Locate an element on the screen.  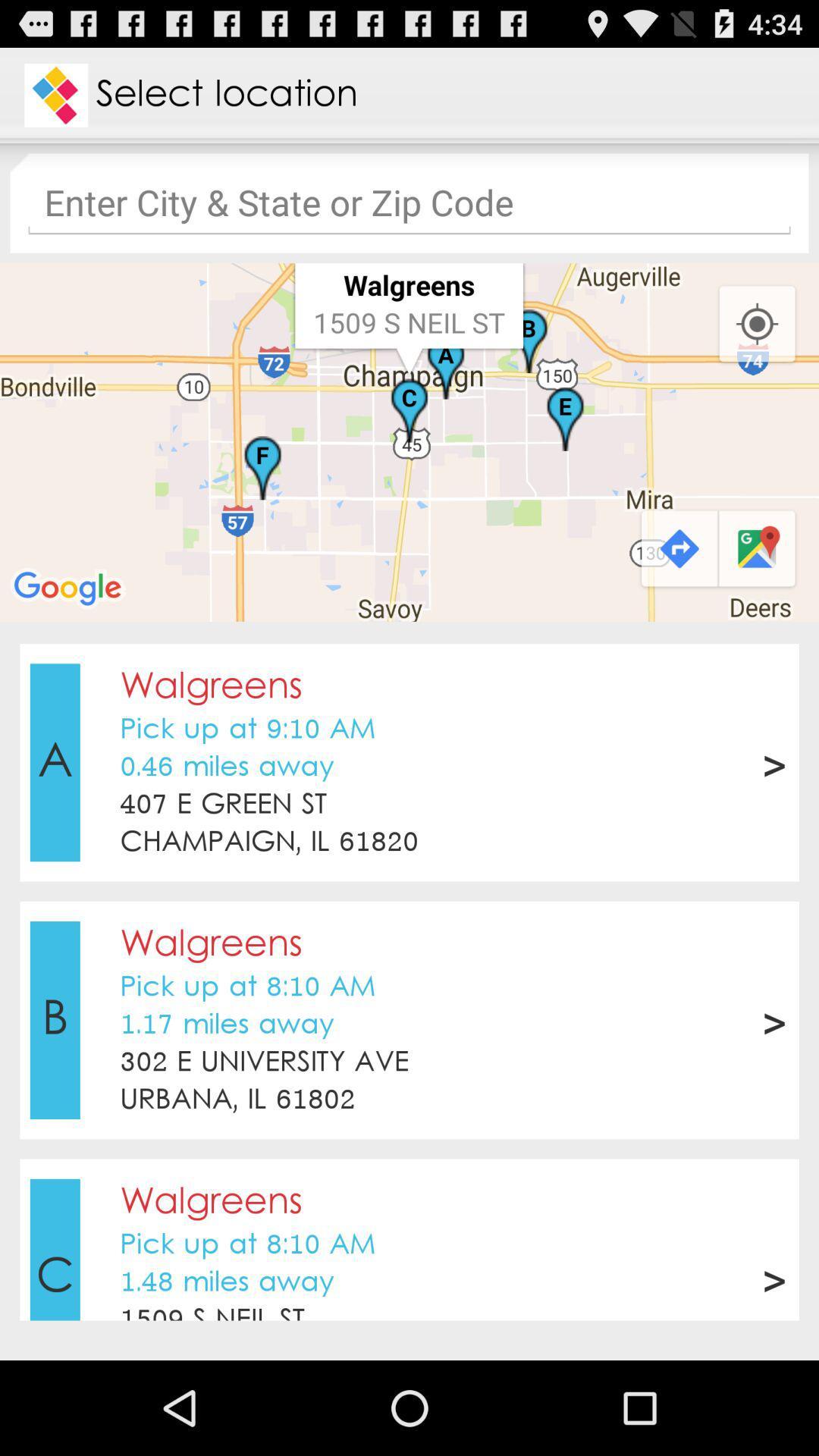
icon to the right of the a is located at coordinates (223, 804).